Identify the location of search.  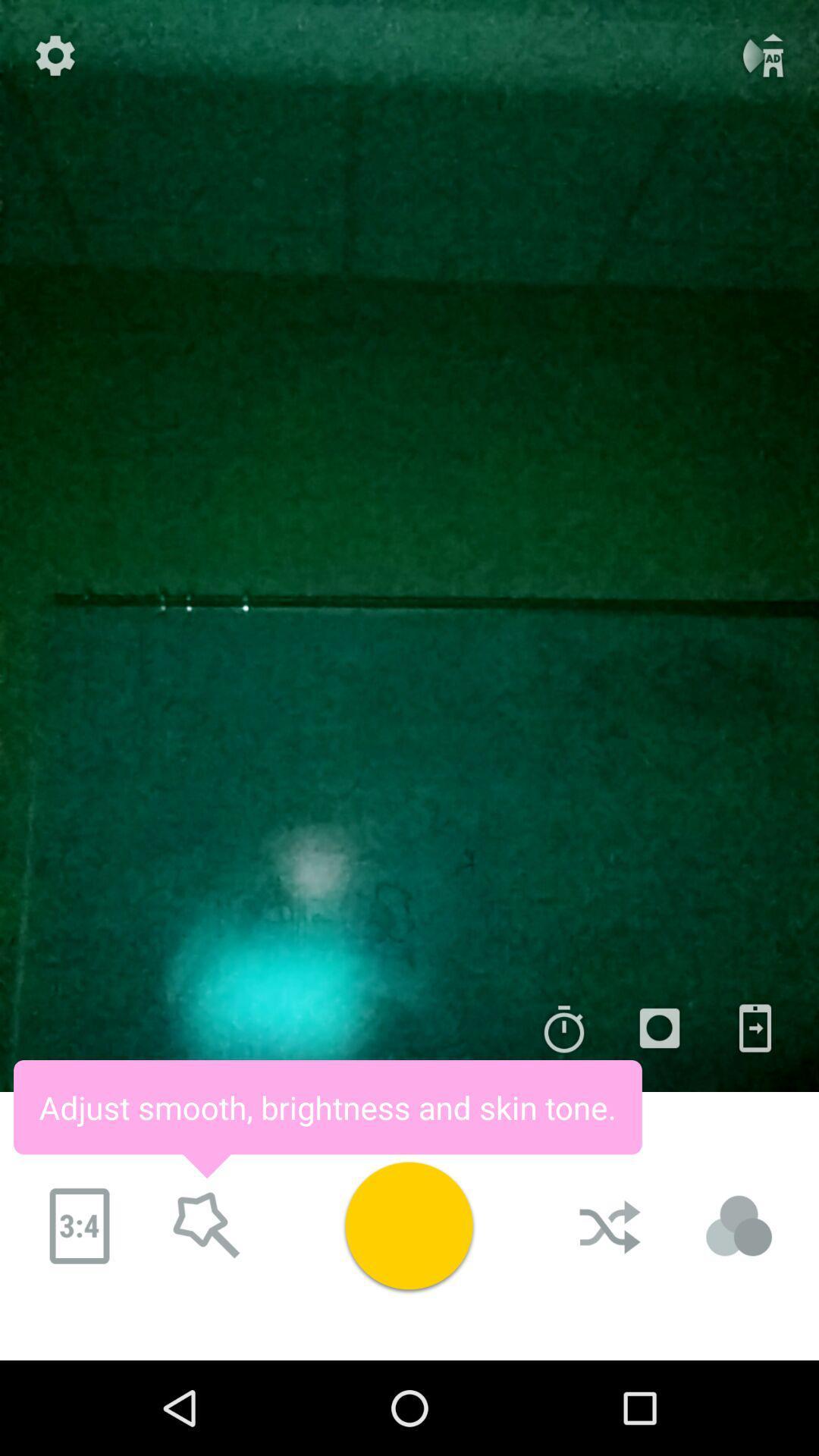
(207, 1226).